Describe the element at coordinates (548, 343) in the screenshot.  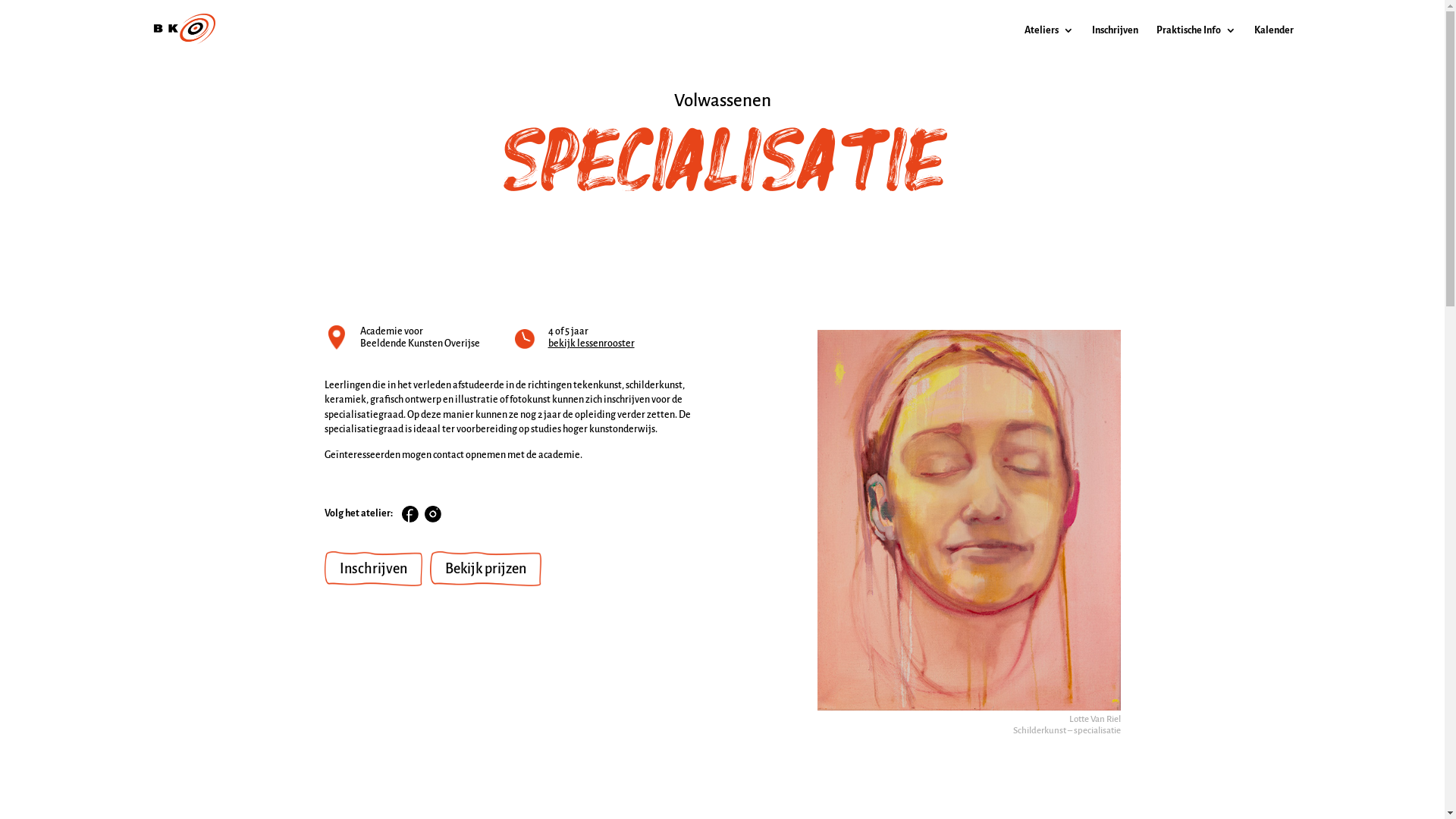
I see `'bekijk lessenrooster'` at that location.